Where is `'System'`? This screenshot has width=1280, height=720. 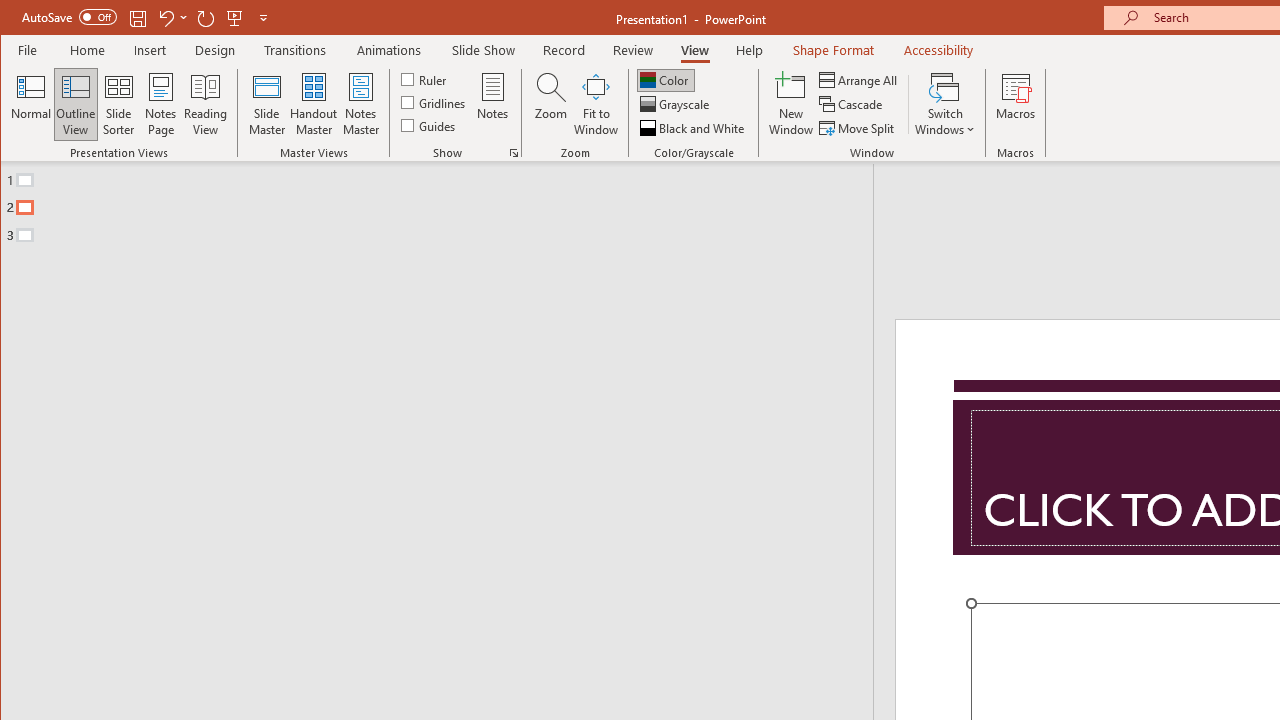
'System' is located at coordinates (18, 19).